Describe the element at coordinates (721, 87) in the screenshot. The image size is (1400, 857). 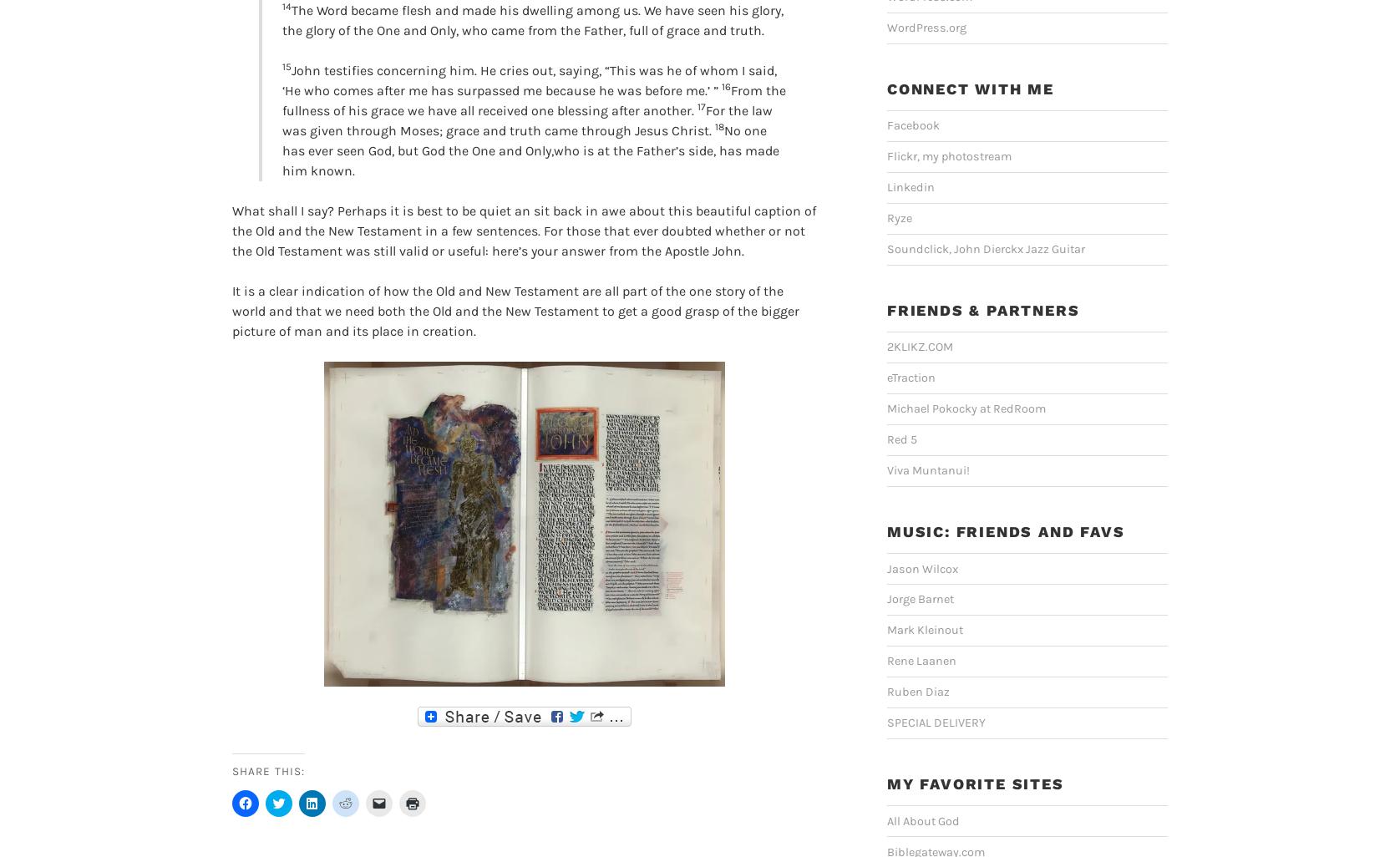
I see `'16'` at that location.